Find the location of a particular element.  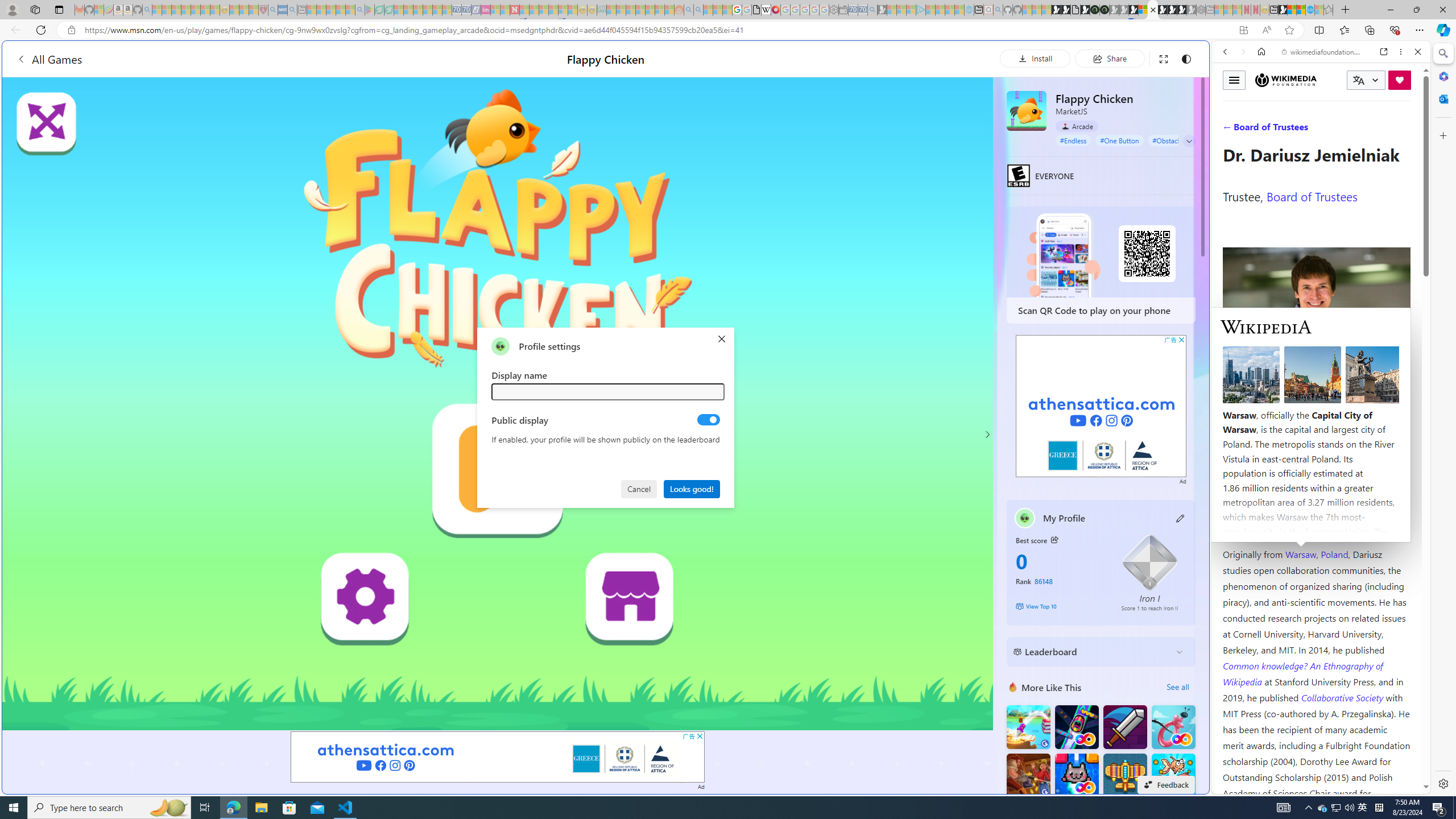

'Wikimedia Foundation' is located at coordinates (1285, 80).